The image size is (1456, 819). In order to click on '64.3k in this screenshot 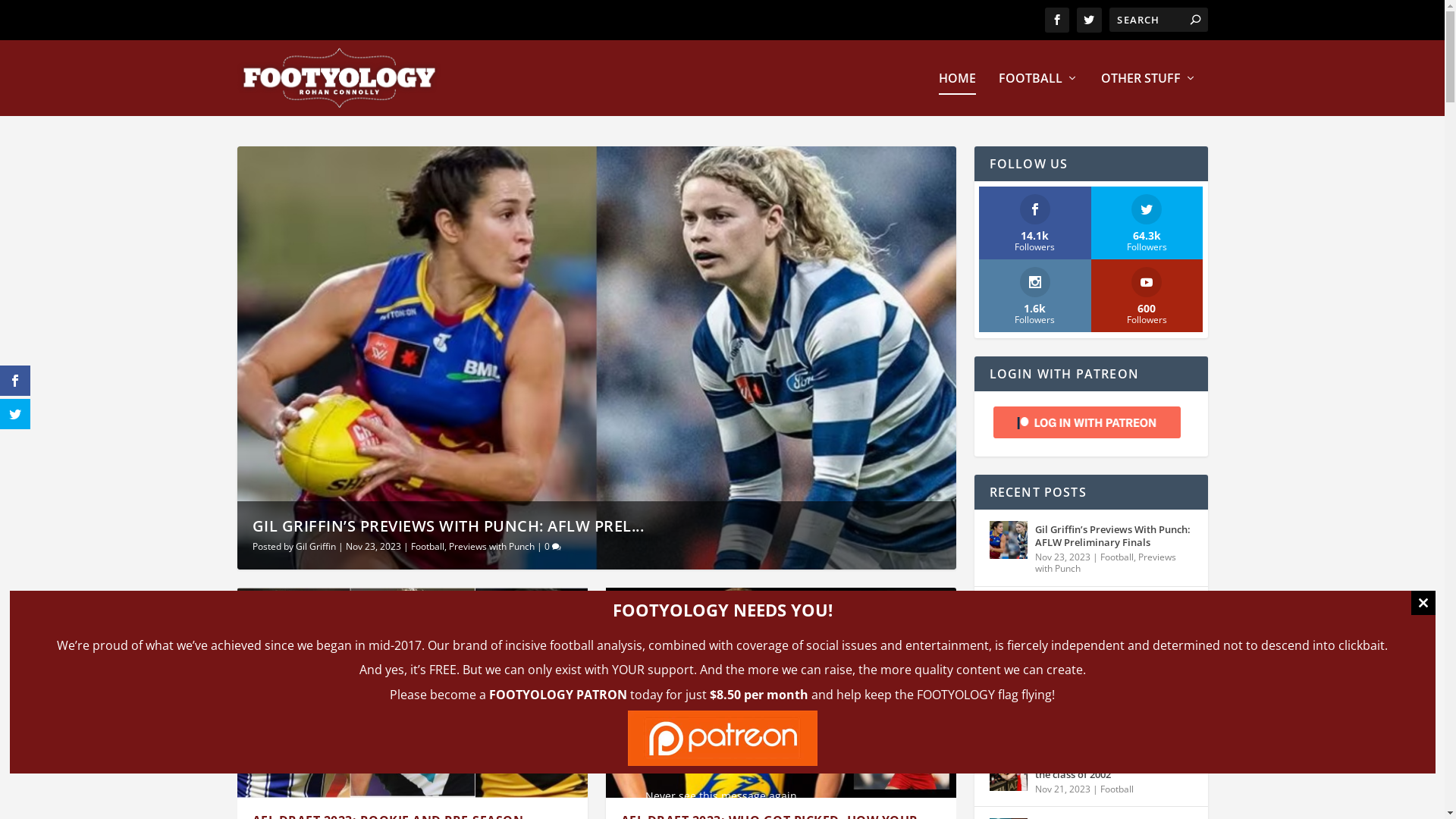, I will do `click(1147, 222)`.